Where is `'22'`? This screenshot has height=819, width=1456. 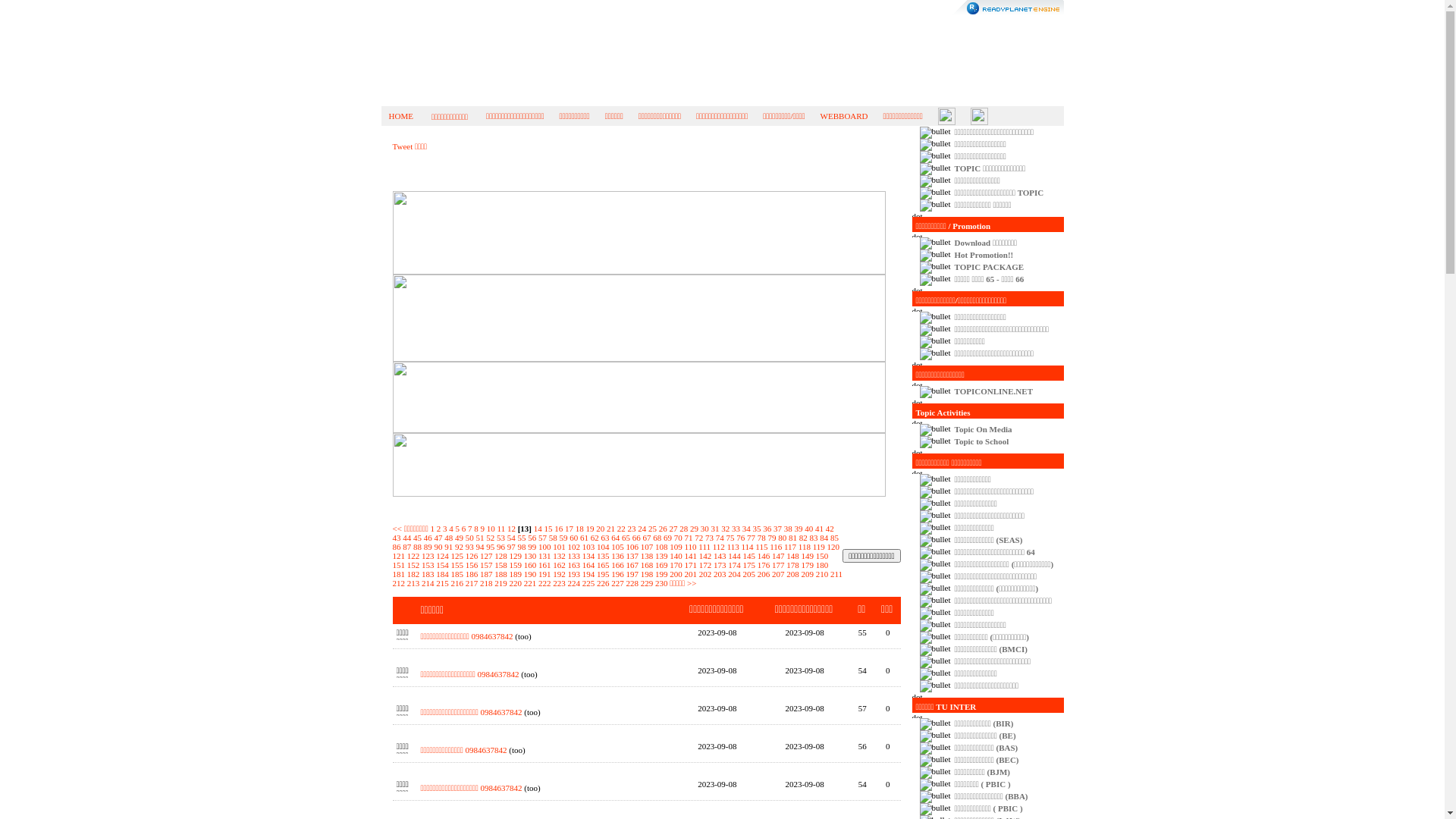
'22' is located at coordinates (621, 528).